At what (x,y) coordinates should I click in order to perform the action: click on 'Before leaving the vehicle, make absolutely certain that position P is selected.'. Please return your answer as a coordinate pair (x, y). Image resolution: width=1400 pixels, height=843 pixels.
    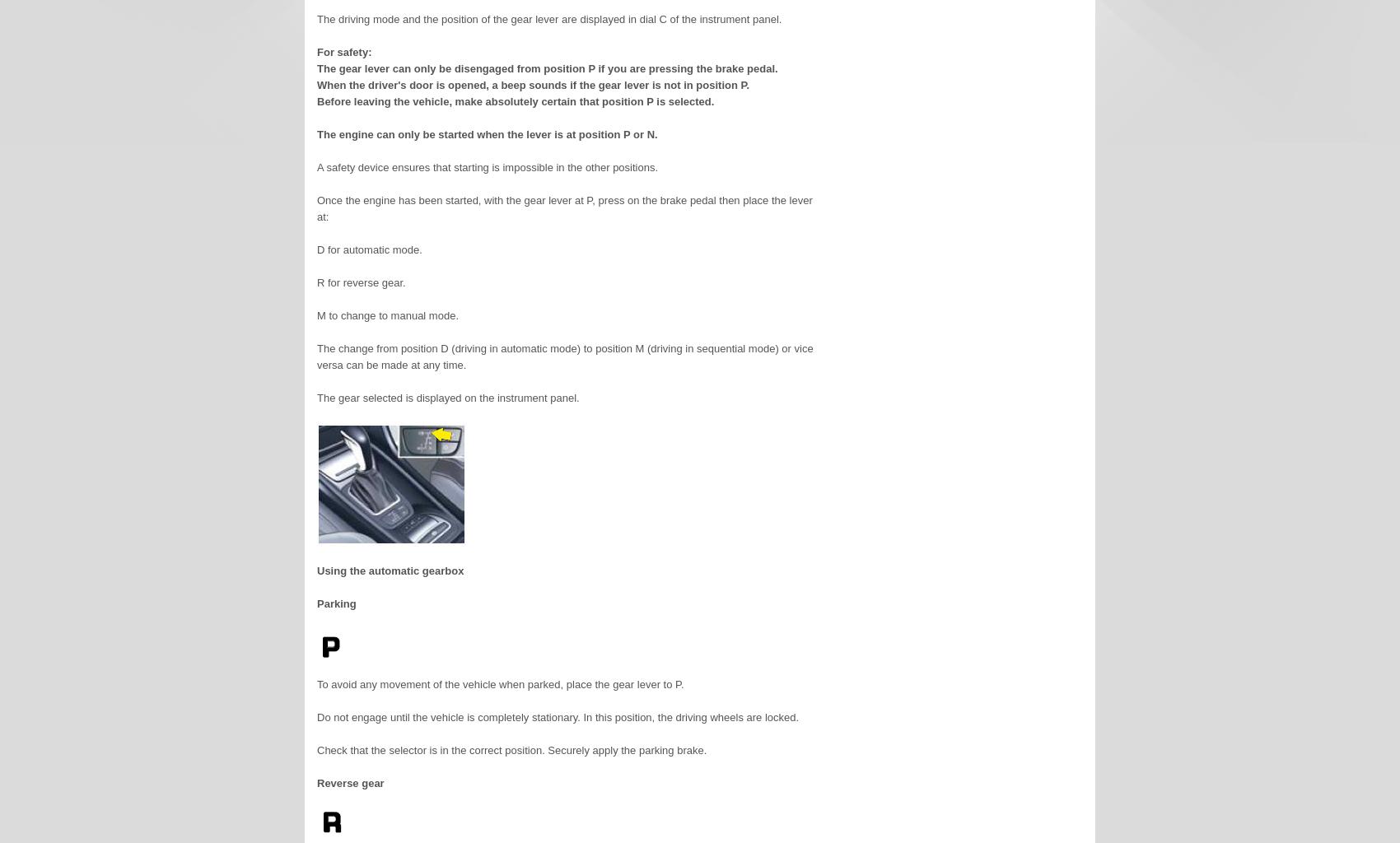
    Looking at the image, I should click on (514, 101).